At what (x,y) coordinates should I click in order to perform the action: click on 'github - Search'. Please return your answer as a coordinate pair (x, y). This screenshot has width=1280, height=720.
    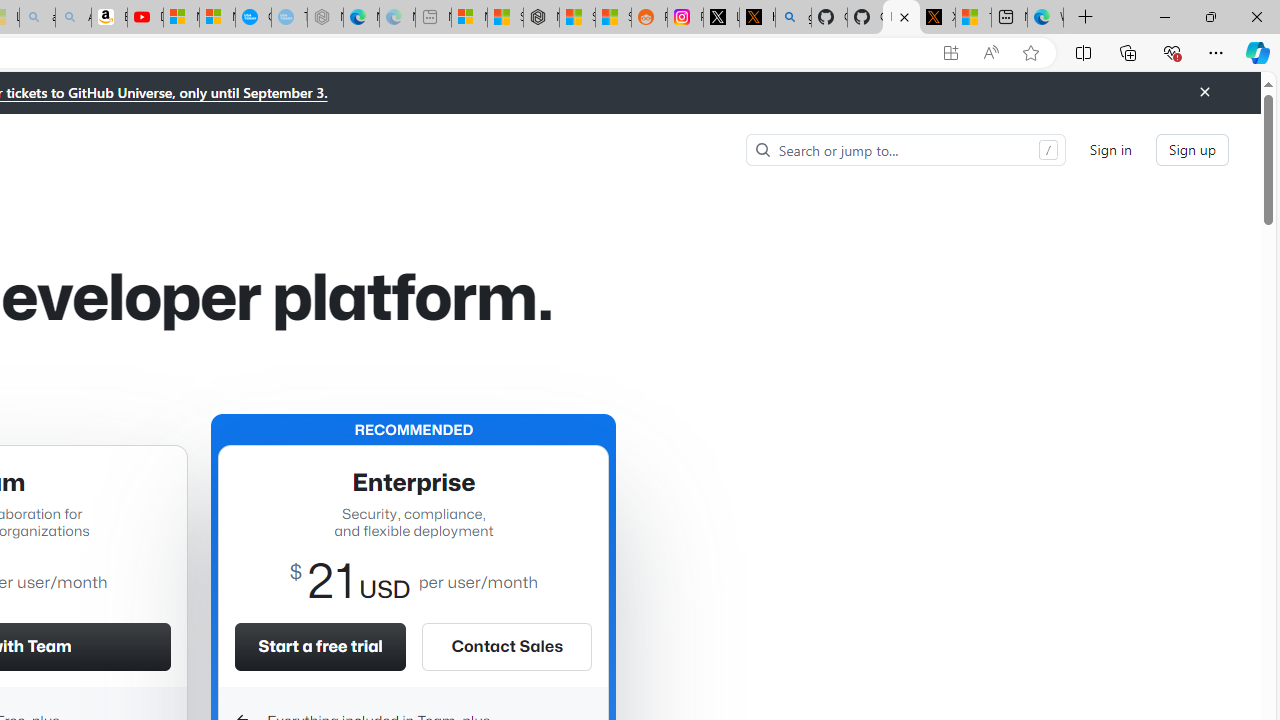
    Looking at the image, I should click on (792, 17).